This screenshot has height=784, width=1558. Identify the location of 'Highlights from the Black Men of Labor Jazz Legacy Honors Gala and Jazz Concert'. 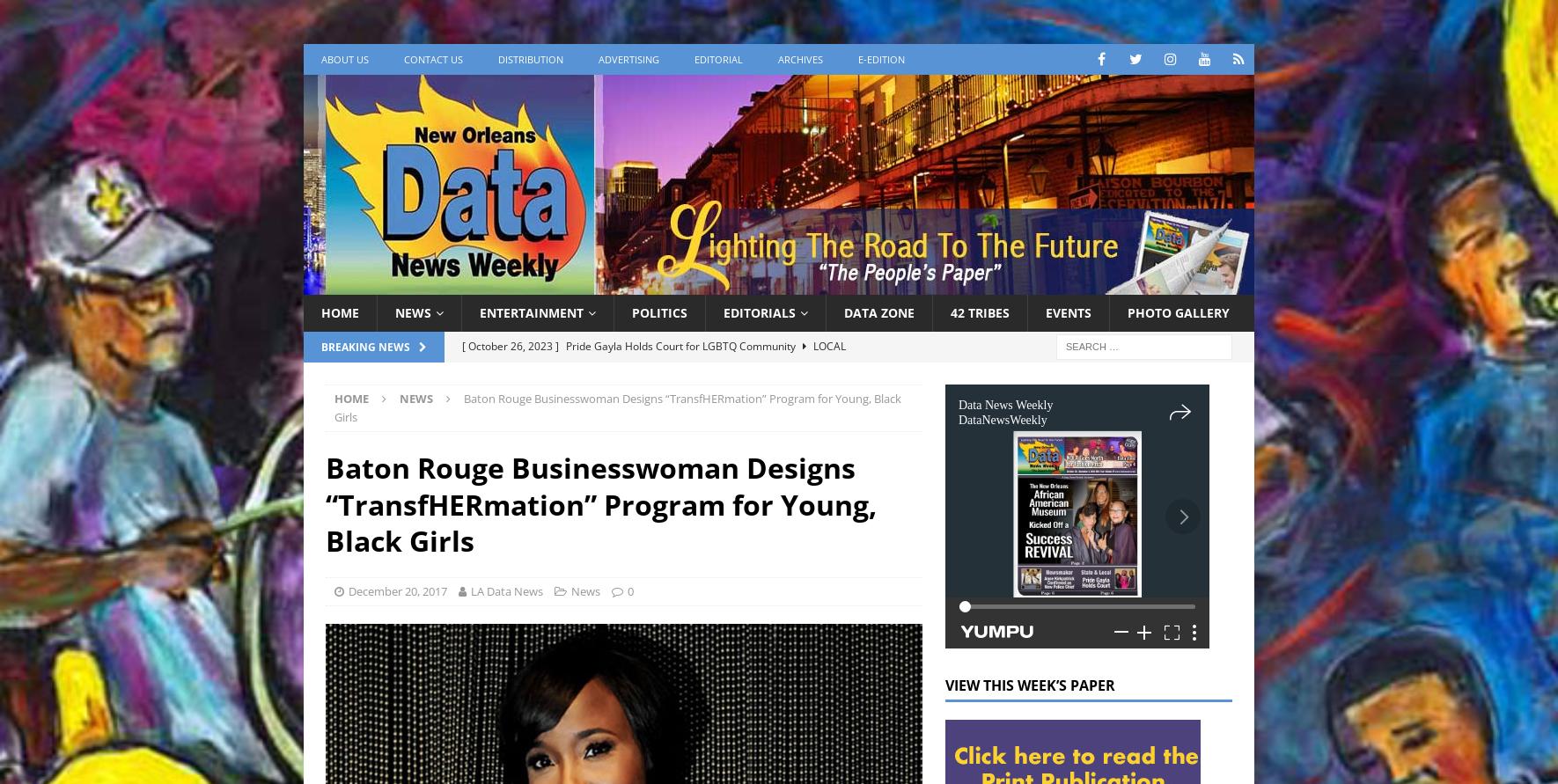
(681, 450).